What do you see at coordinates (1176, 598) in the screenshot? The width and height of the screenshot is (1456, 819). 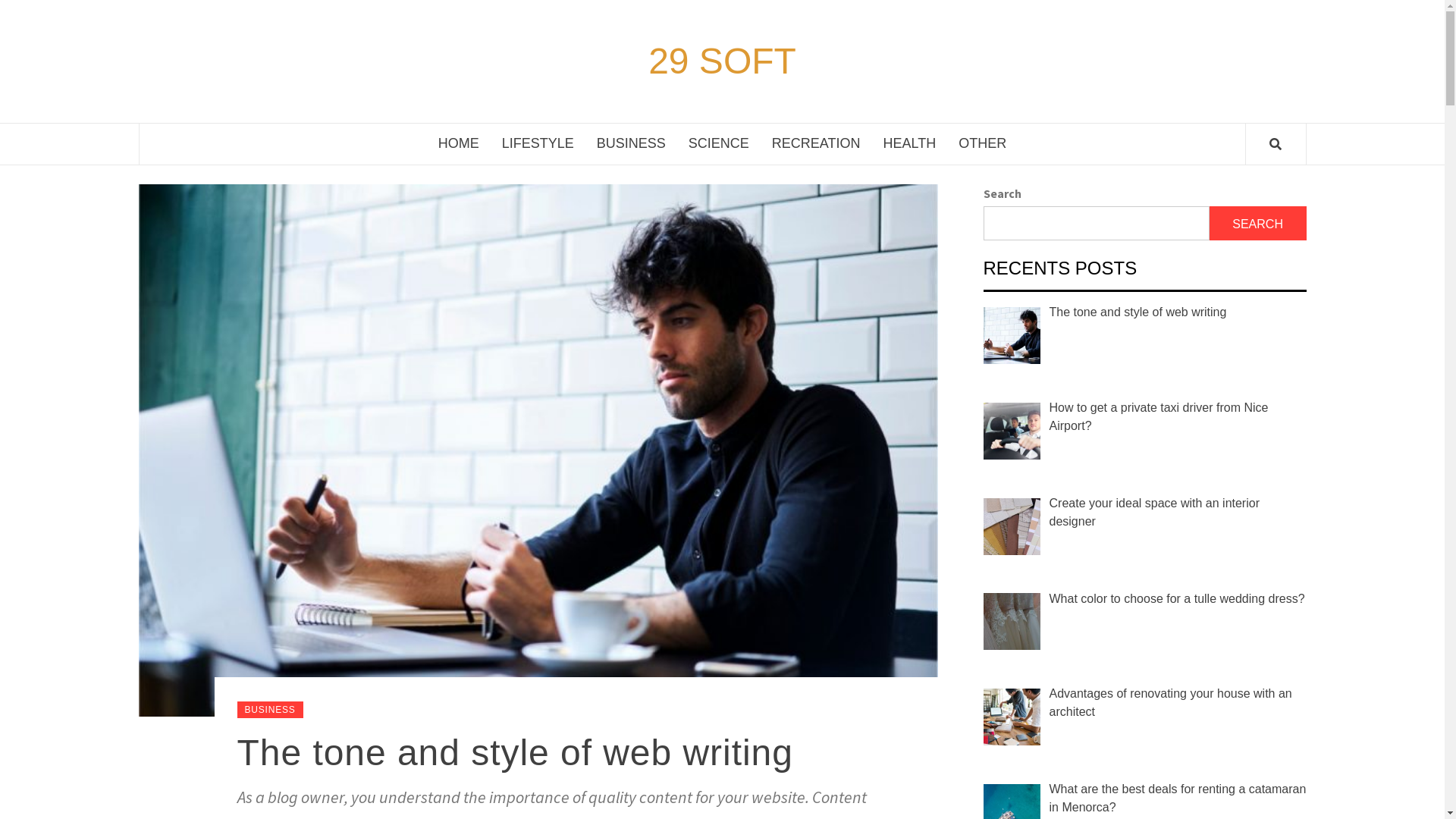 I see `'What color to choose for a tulle wedding dress?'` at bounding box center [1176, 598].